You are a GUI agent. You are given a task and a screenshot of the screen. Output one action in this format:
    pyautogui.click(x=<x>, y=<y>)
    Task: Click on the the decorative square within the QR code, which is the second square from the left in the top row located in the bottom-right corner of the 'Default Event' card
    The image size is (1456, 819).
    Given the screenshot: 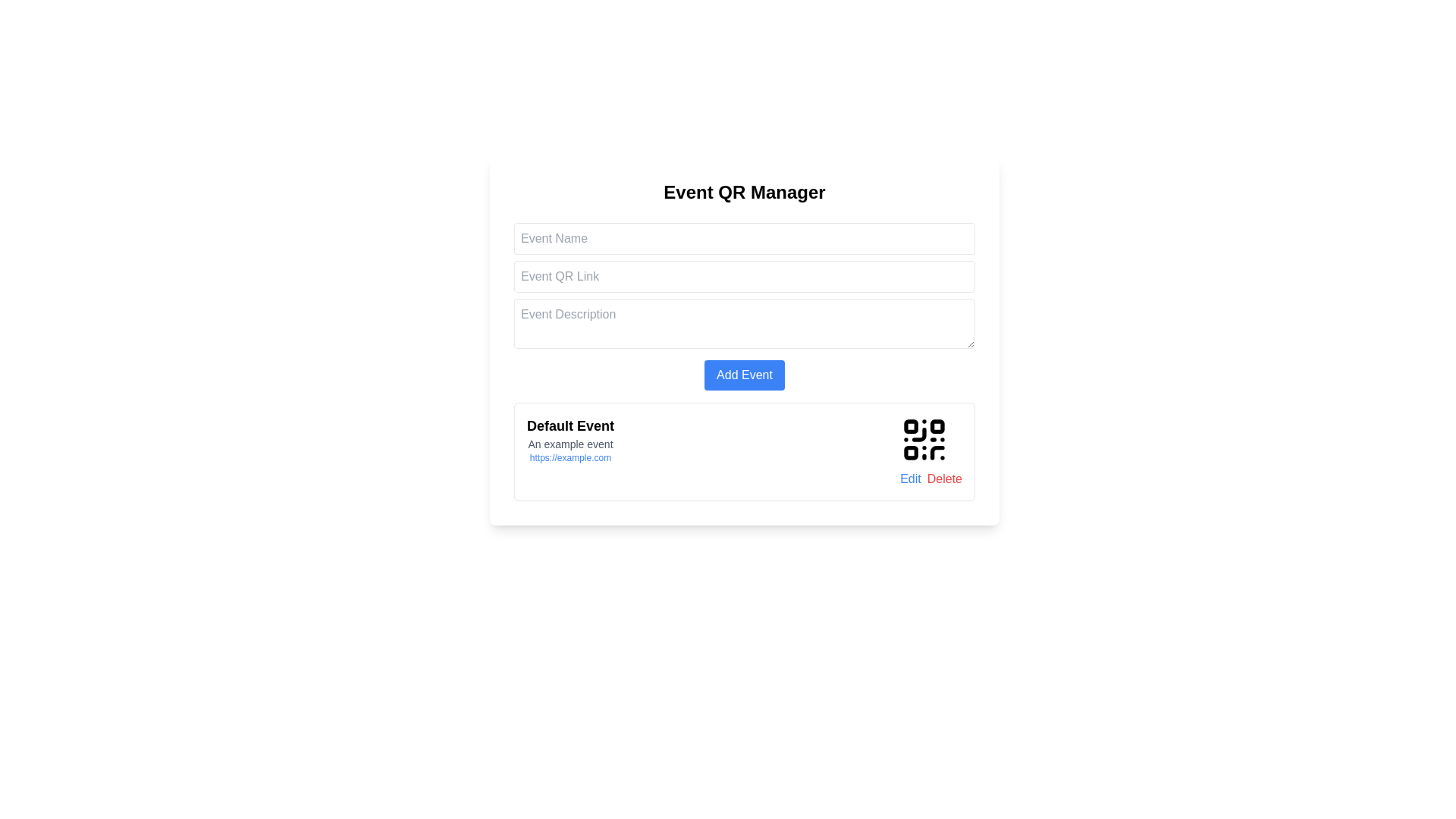 What is the action you would take?
    pyautogui.click(x=937, y=426)
    